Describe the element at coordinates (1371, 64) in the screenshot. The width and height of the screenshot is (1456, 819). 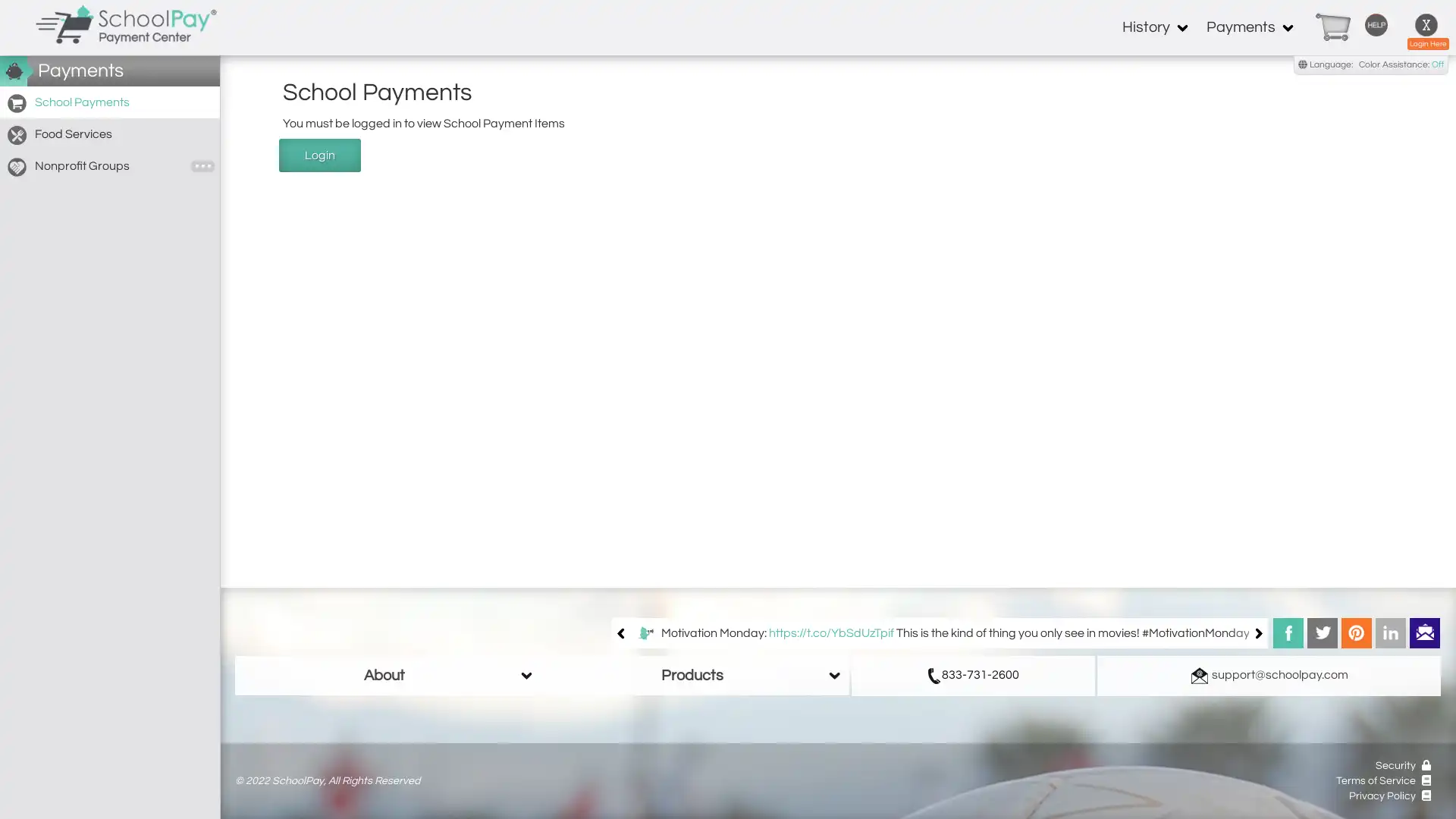
I see `Language:Color Assistance: Off` at that location.